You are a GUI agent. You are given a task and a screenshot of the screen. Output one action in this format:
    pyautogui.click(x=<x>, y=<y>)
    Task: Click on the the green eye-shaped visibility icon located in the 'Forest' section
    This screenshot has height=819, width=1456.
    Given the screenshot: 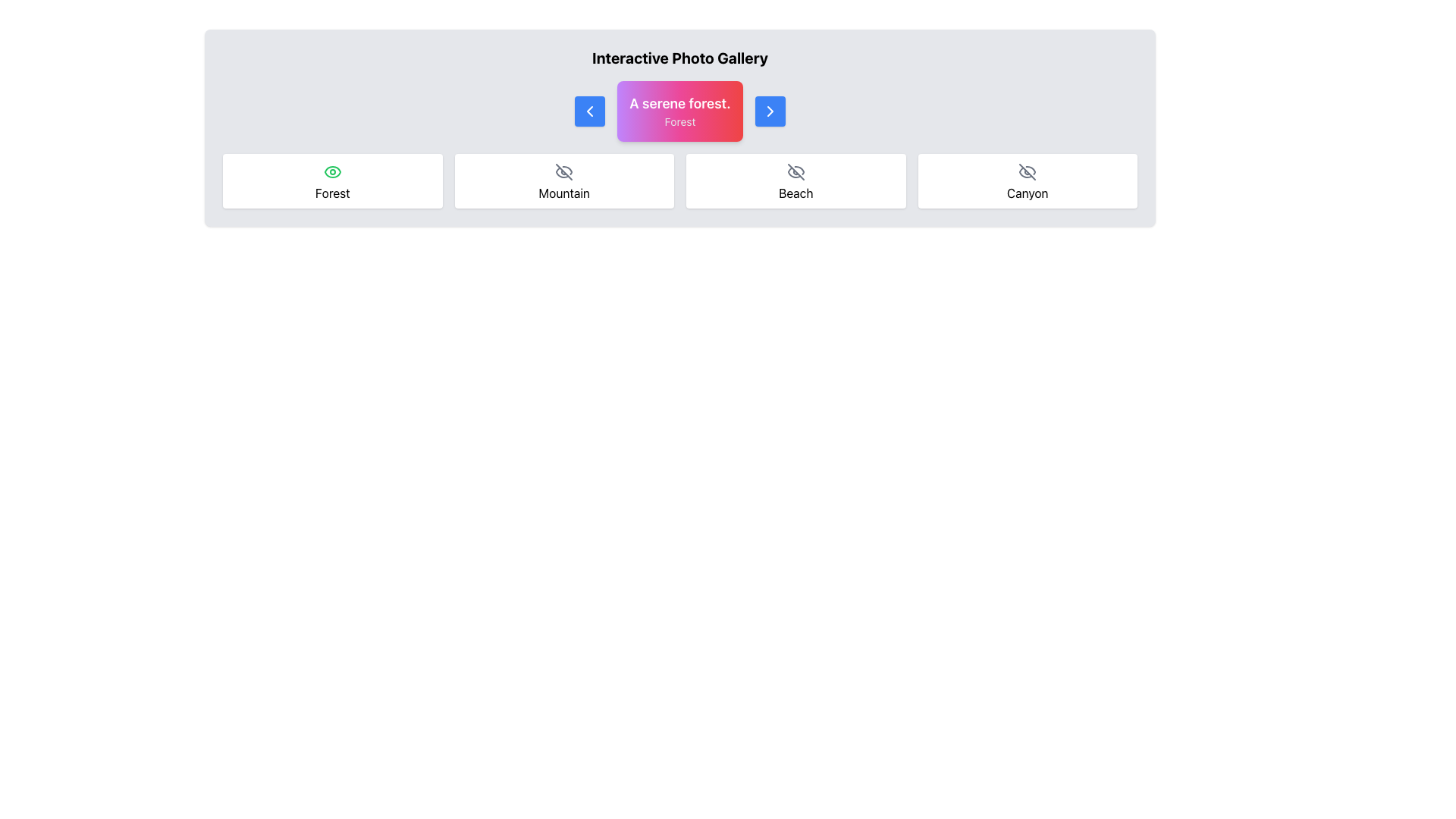 What is the action you would take?
    pyautogui.click(x=331, y=171)
    